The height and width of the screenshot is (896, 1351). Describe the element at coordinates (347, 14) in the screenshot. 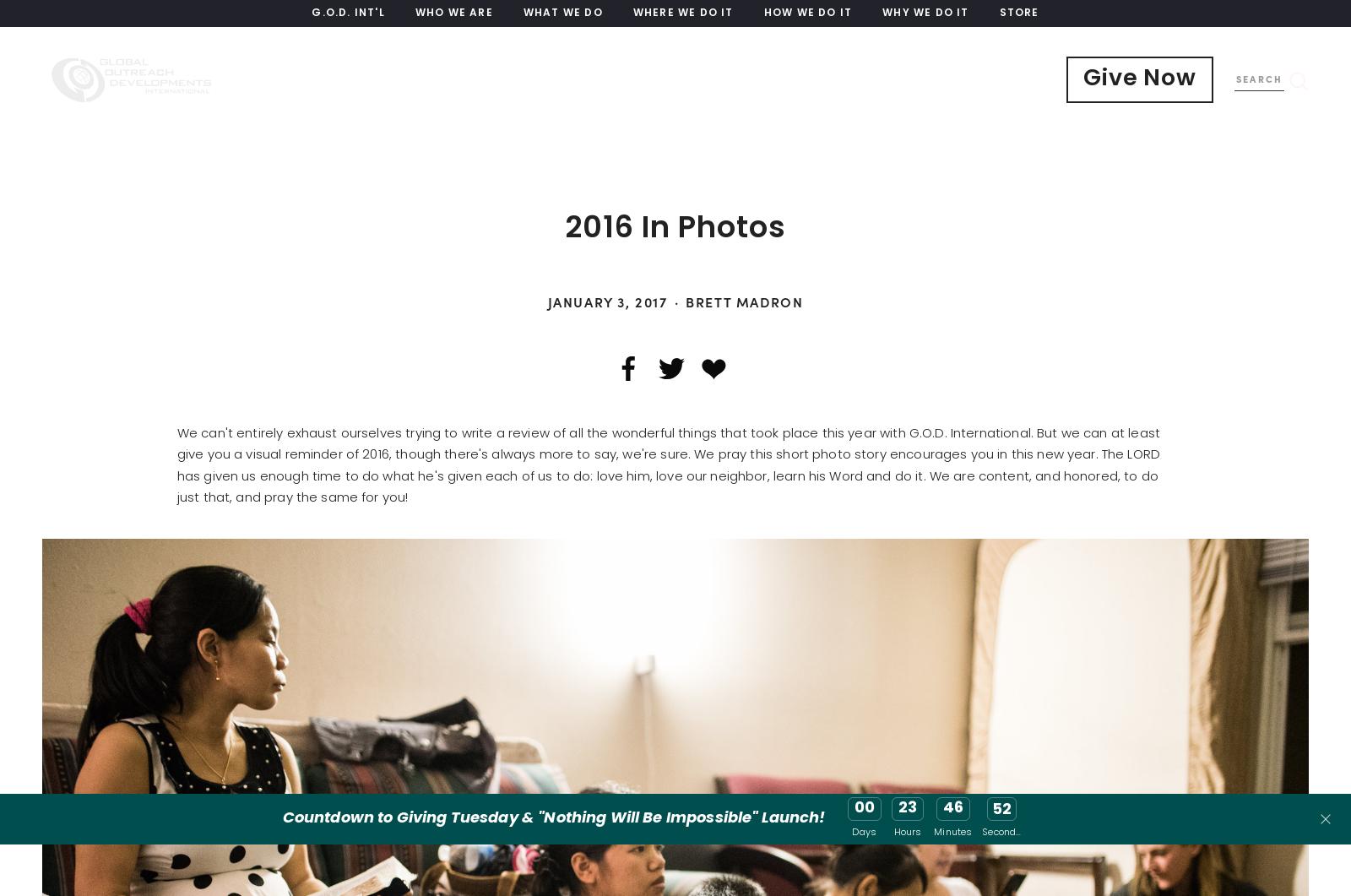

I see `'G.O.D. Int'l'` at that location.